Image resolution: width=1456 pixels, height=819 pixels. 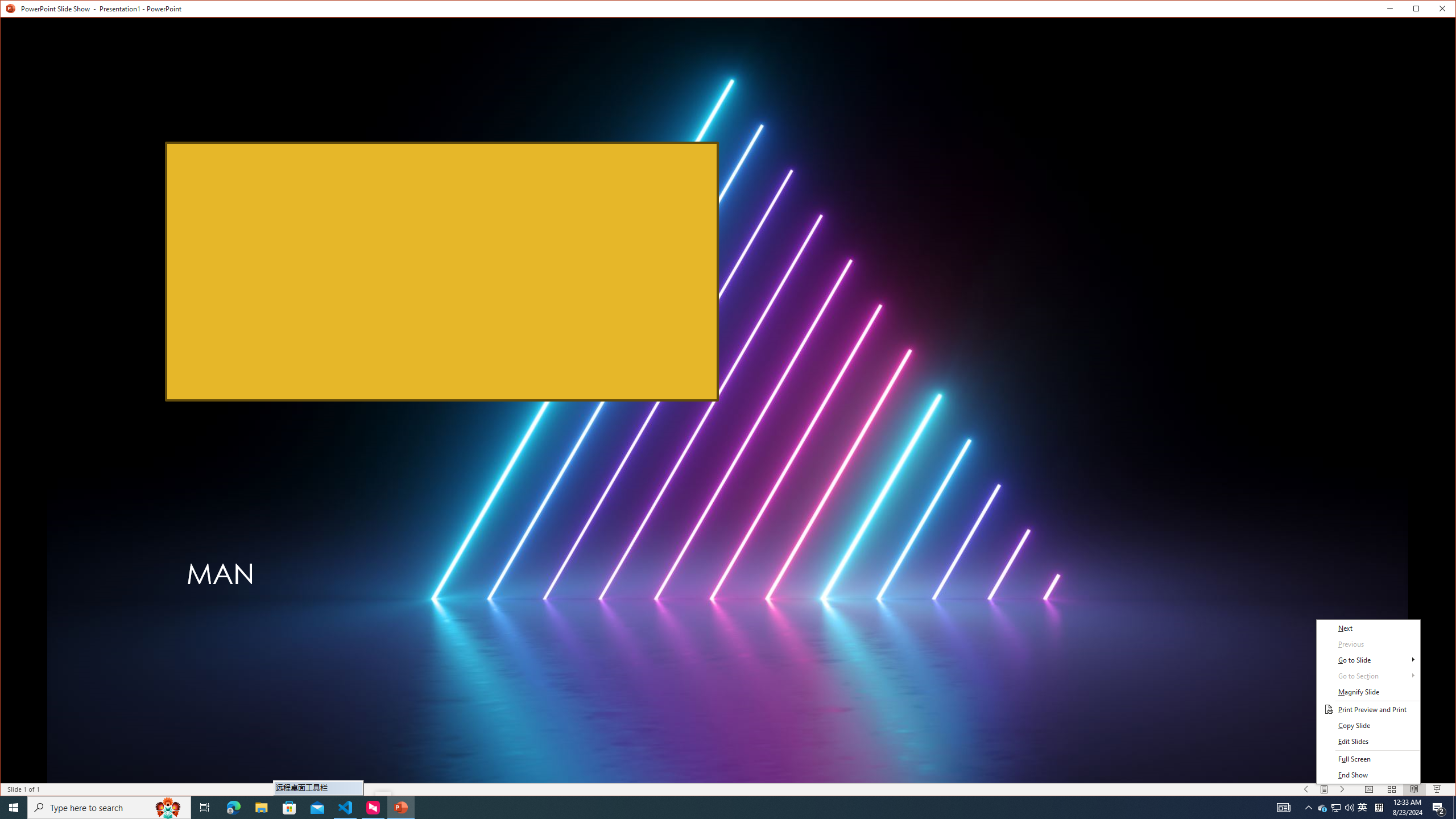 I want to click on 'End Show', so click(x=1368, y=775).